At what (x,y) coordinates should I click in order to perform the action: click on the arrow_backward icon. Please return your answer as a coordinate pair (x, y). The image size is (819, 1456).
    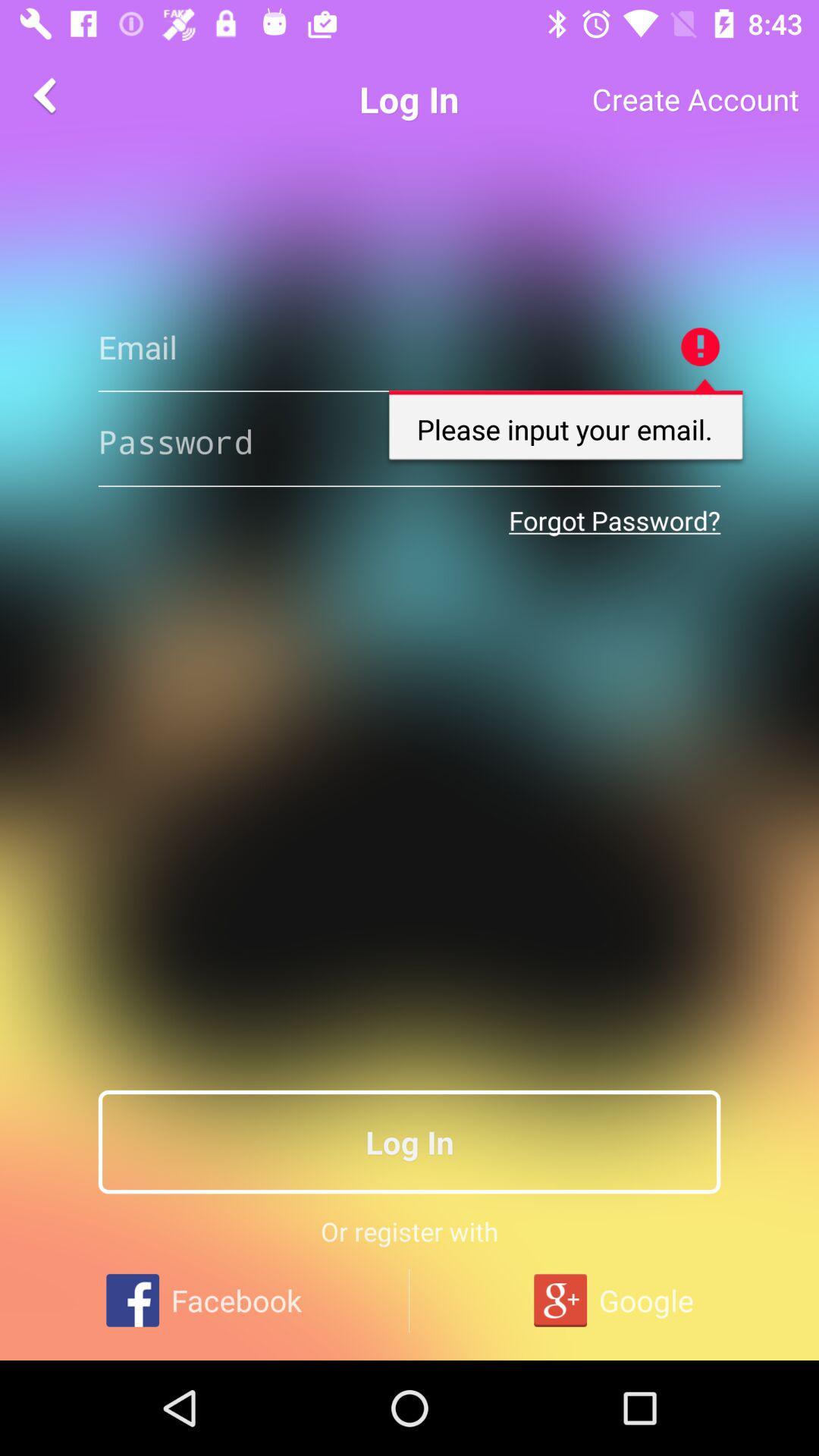
    Looking at the image, I should click on (46, 94).